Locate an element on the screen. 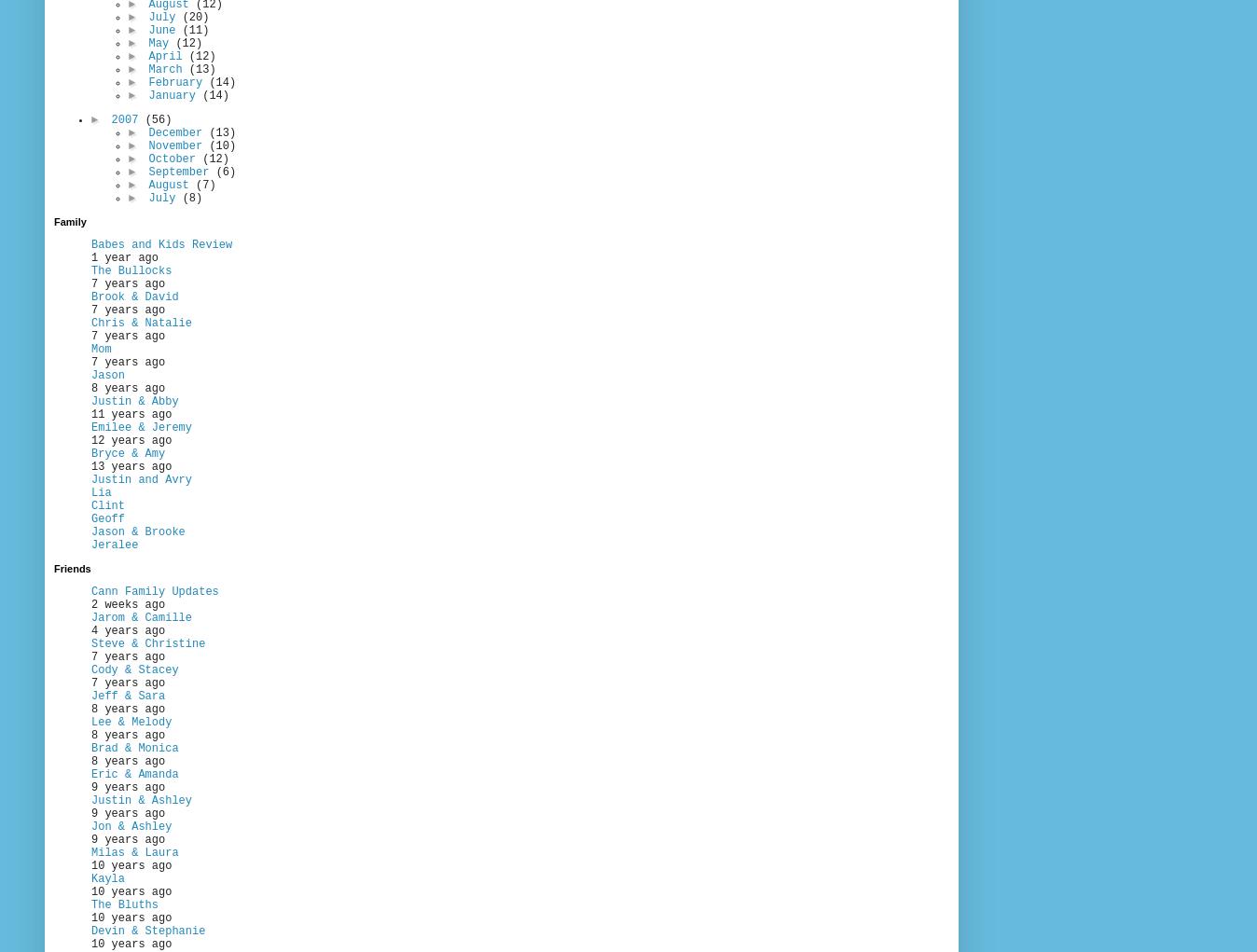 This screenshot has height=952, width=1257. 'Milas & Laura' is located at coordinates (133, 853).